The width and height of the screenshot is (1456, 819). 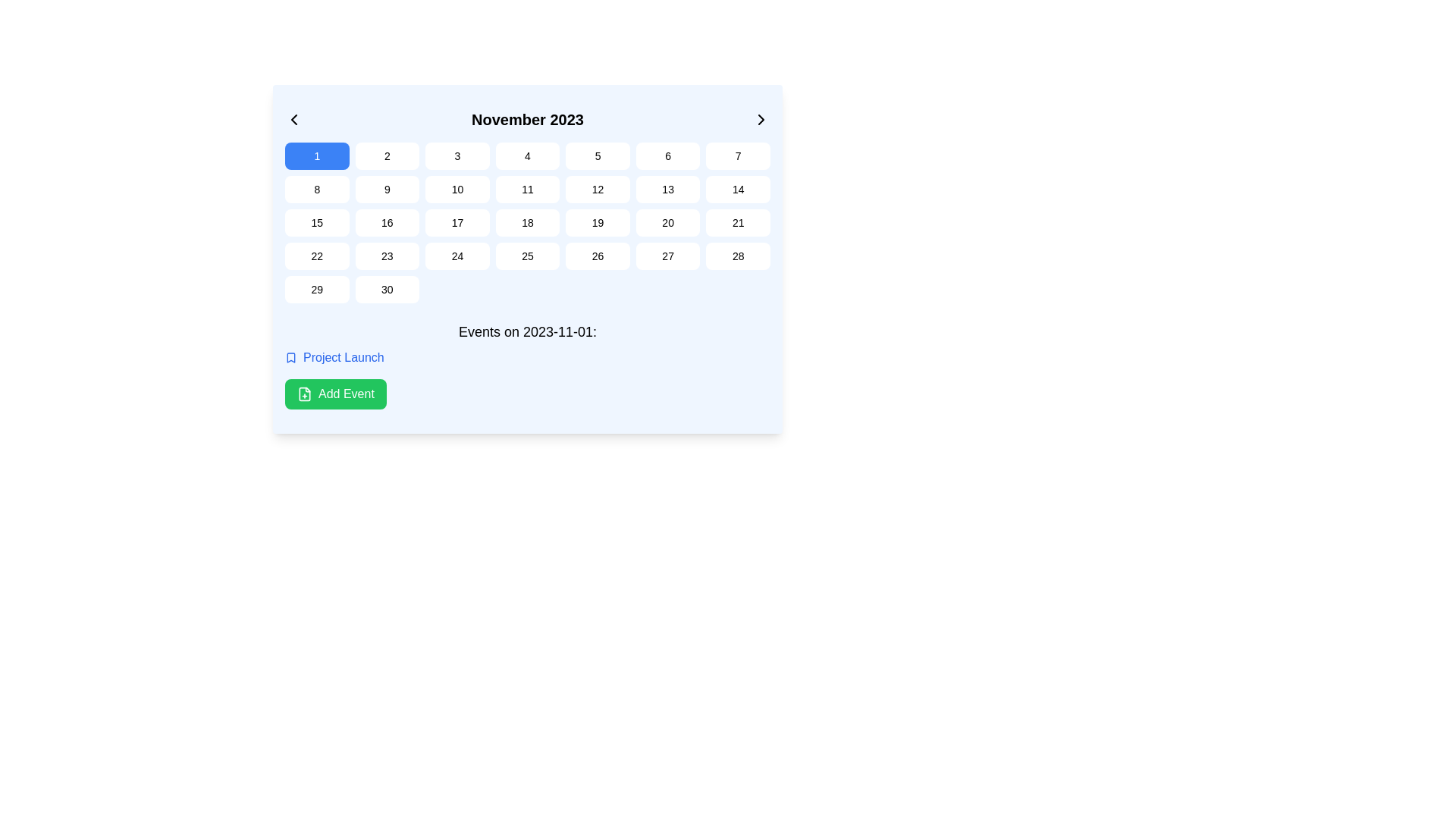 I want to click on the button displaying the number '19' with a white background and rounded corners, located in the fifth column of the third row of the calendar grid, so click(x=597, y=222).